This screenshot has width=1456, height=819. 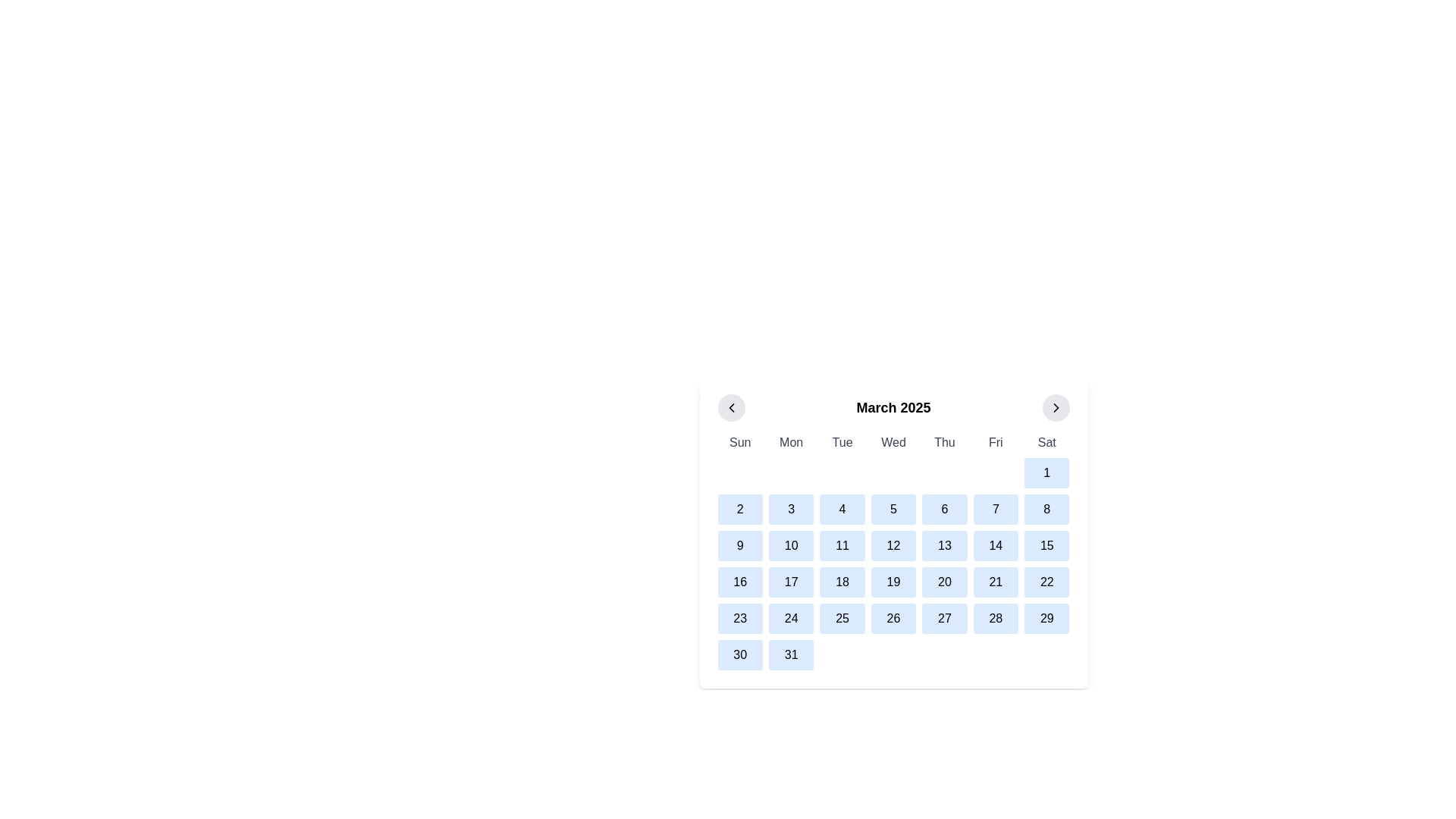 What do you see at coordinates (790, 619) in the screenshot?
I see `the rounded rectangular button labeled '24' with a light blue background to change its background color` at bounding box center [790, 619].